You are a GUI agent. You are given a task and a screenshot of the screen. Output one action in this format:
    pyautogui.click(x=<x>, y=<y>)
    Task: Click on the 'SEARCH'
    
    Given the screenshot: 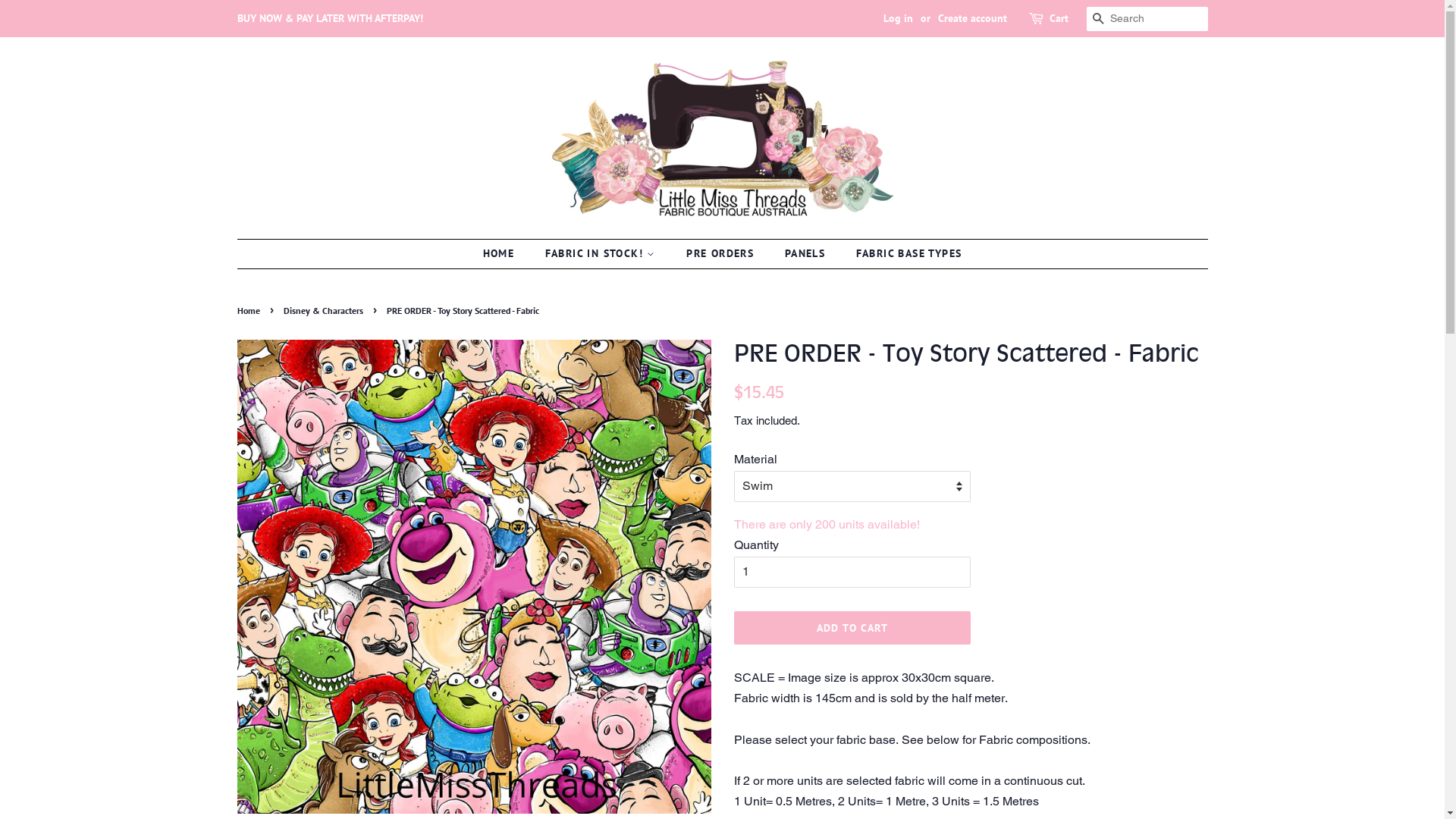 What is the action you would take?
    pyautogui.click(x=1084, y=19)
    